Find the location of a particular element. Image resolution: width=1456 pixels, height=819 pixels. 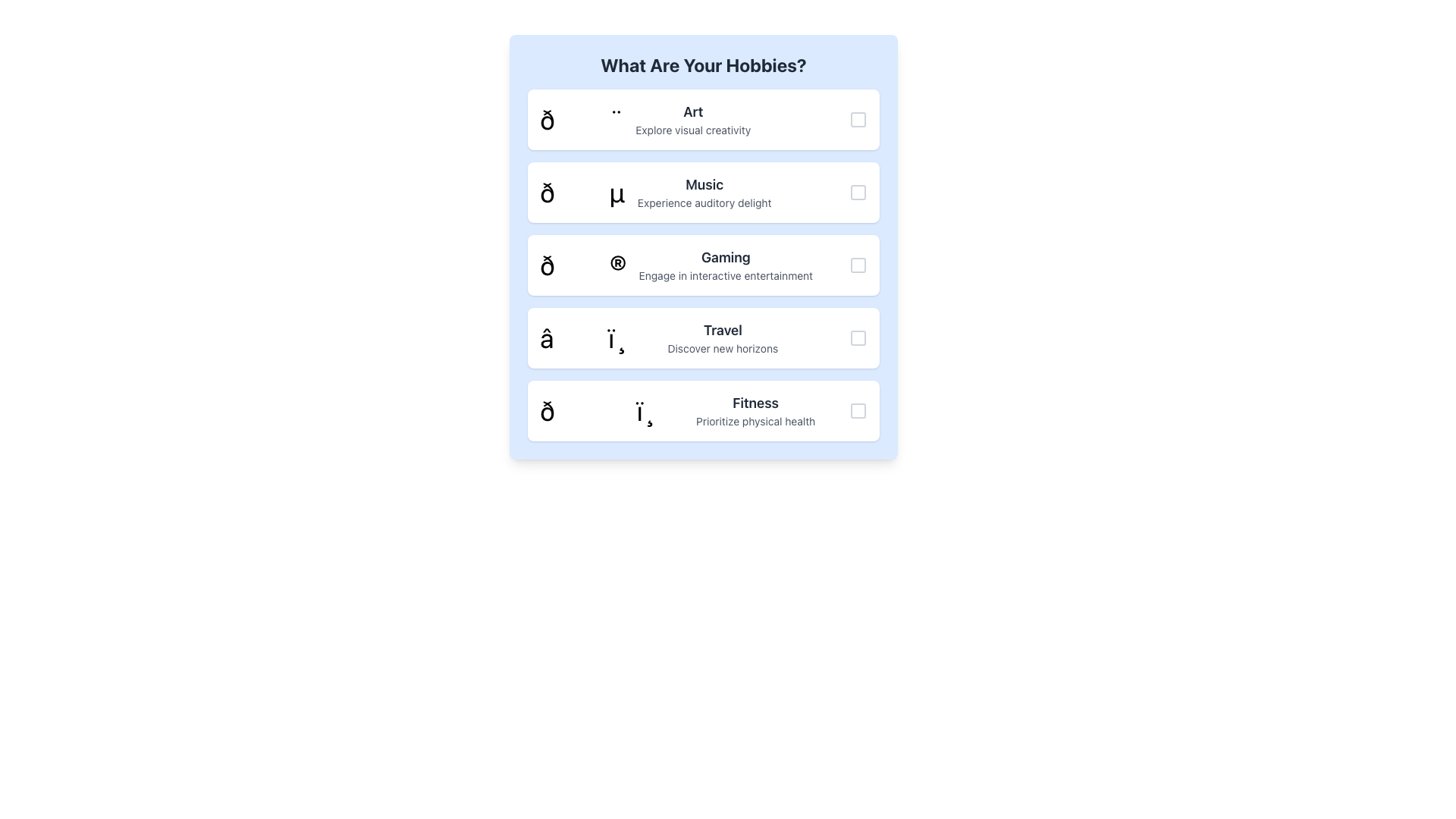

the text content element titled 'Gaming' that includes the description 'Engage in interactive entertainment', positioned centrally within the 'Gaming' section is located at coordinates (725, 265).